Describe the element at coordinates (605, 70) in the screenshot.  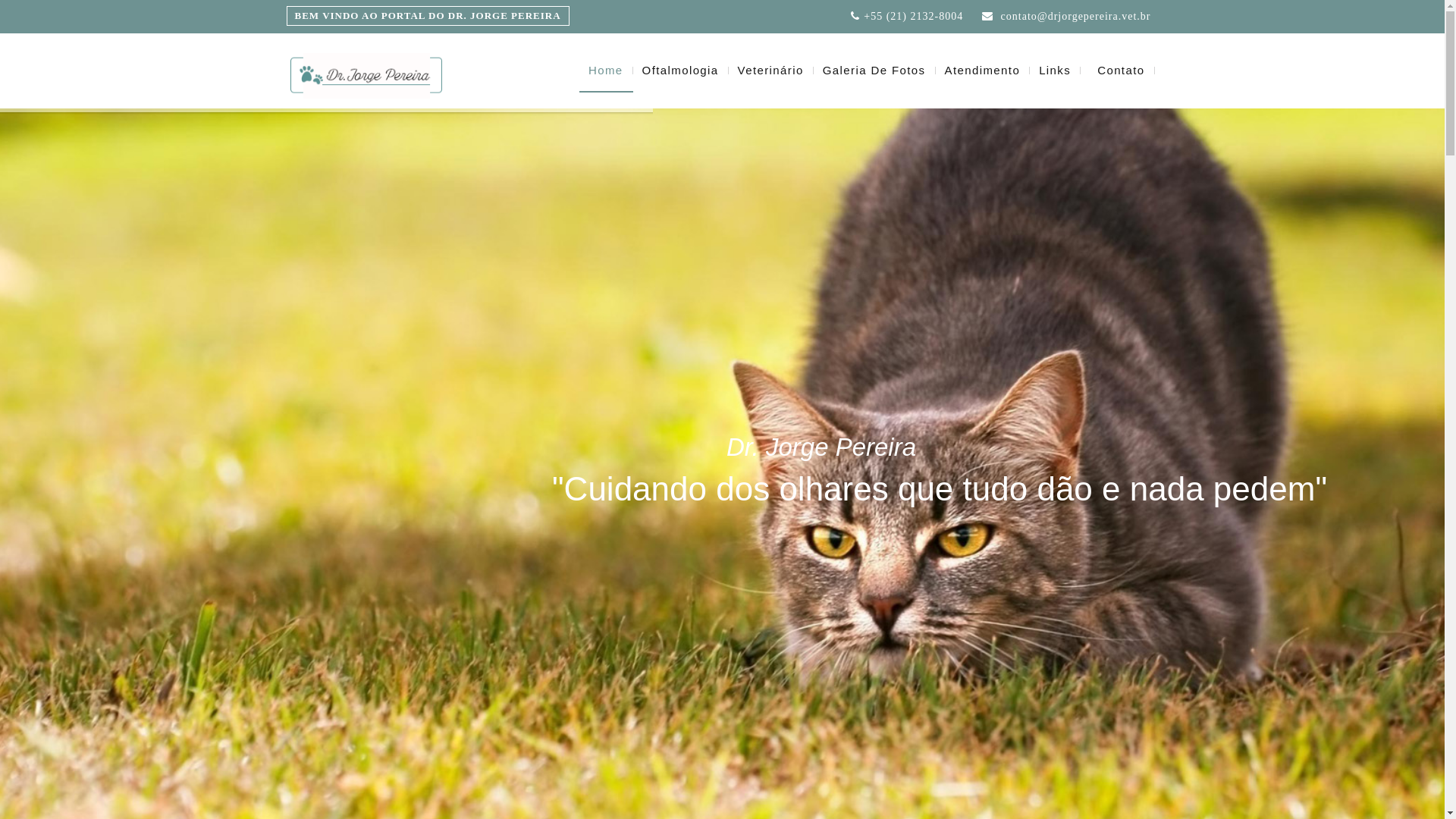
I see `'Home'` at that location.